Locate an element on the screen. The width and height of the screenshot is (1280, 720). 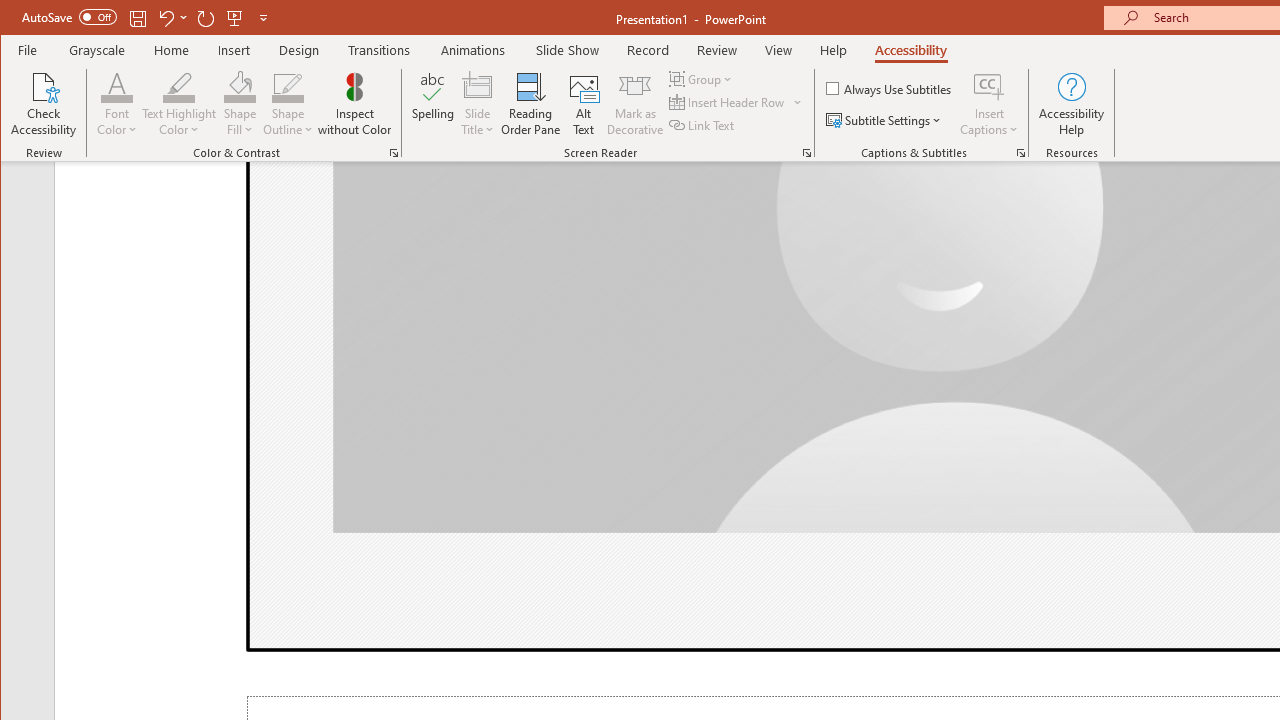
'Link Text' is located at coordinates (703, 125).